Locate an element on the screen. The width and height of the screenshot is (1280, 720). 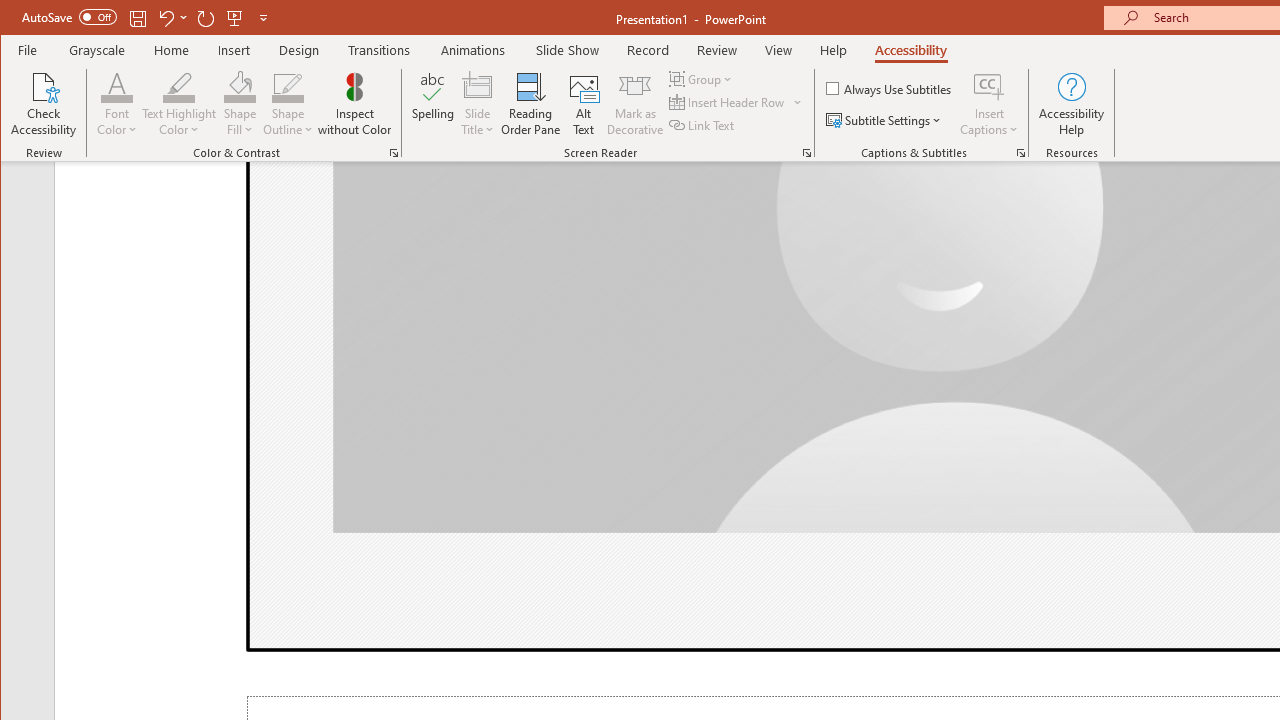
'Link Text' is located at coordinates (703, 125).